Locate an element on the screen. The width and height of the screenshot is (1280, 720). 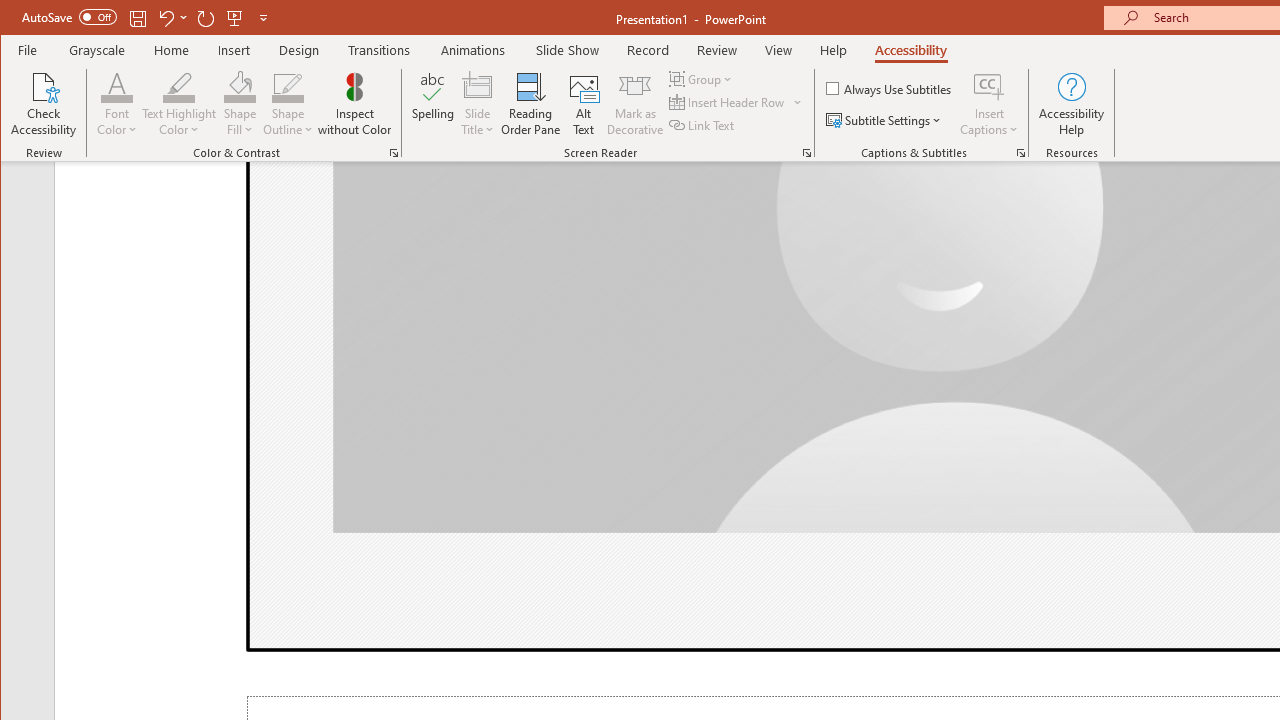
'Link Text' is located at coordinates (703, 125).